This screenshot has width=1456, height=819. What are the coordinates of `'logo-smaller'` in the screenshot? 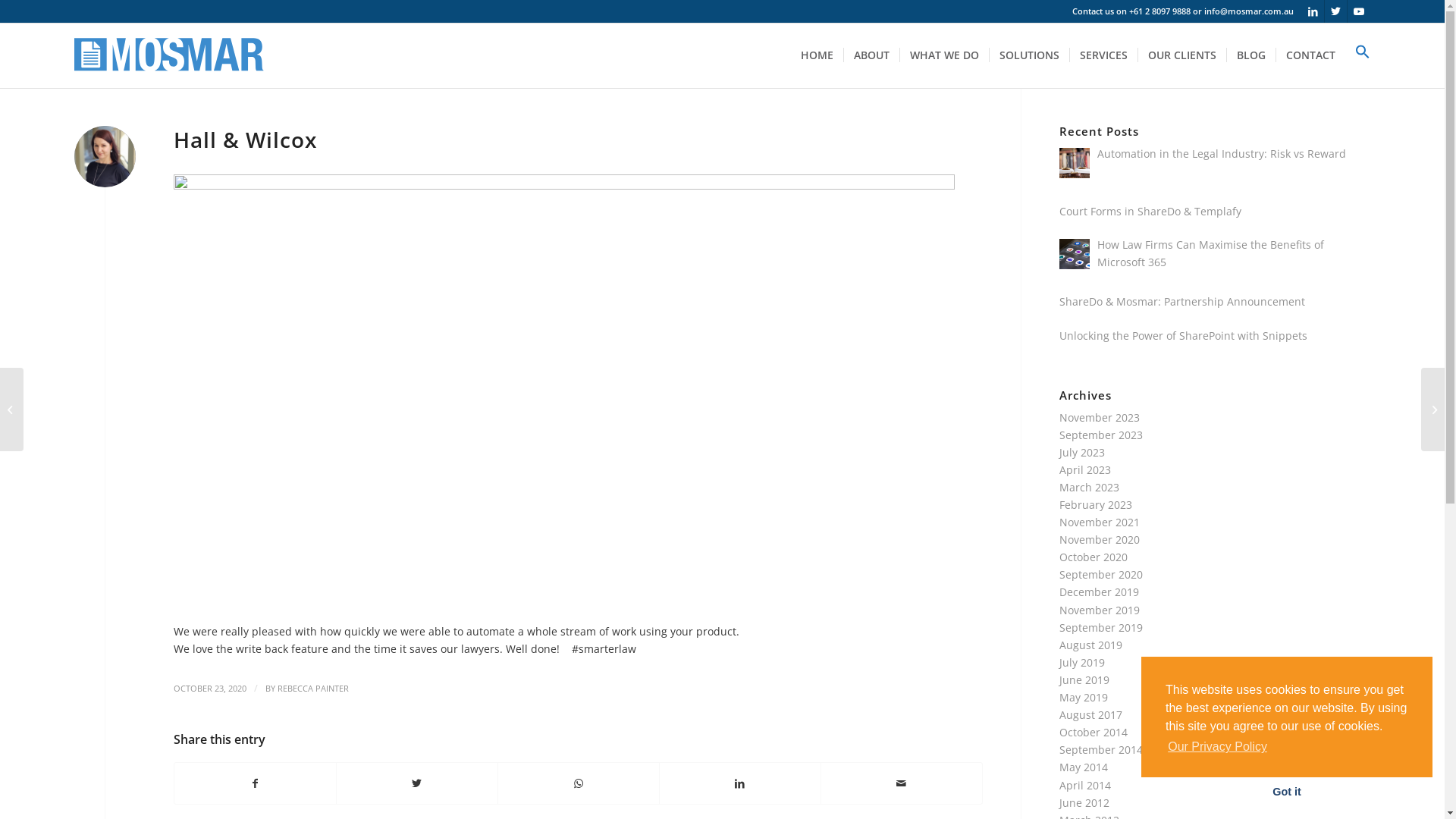 It's located at (73, 55).